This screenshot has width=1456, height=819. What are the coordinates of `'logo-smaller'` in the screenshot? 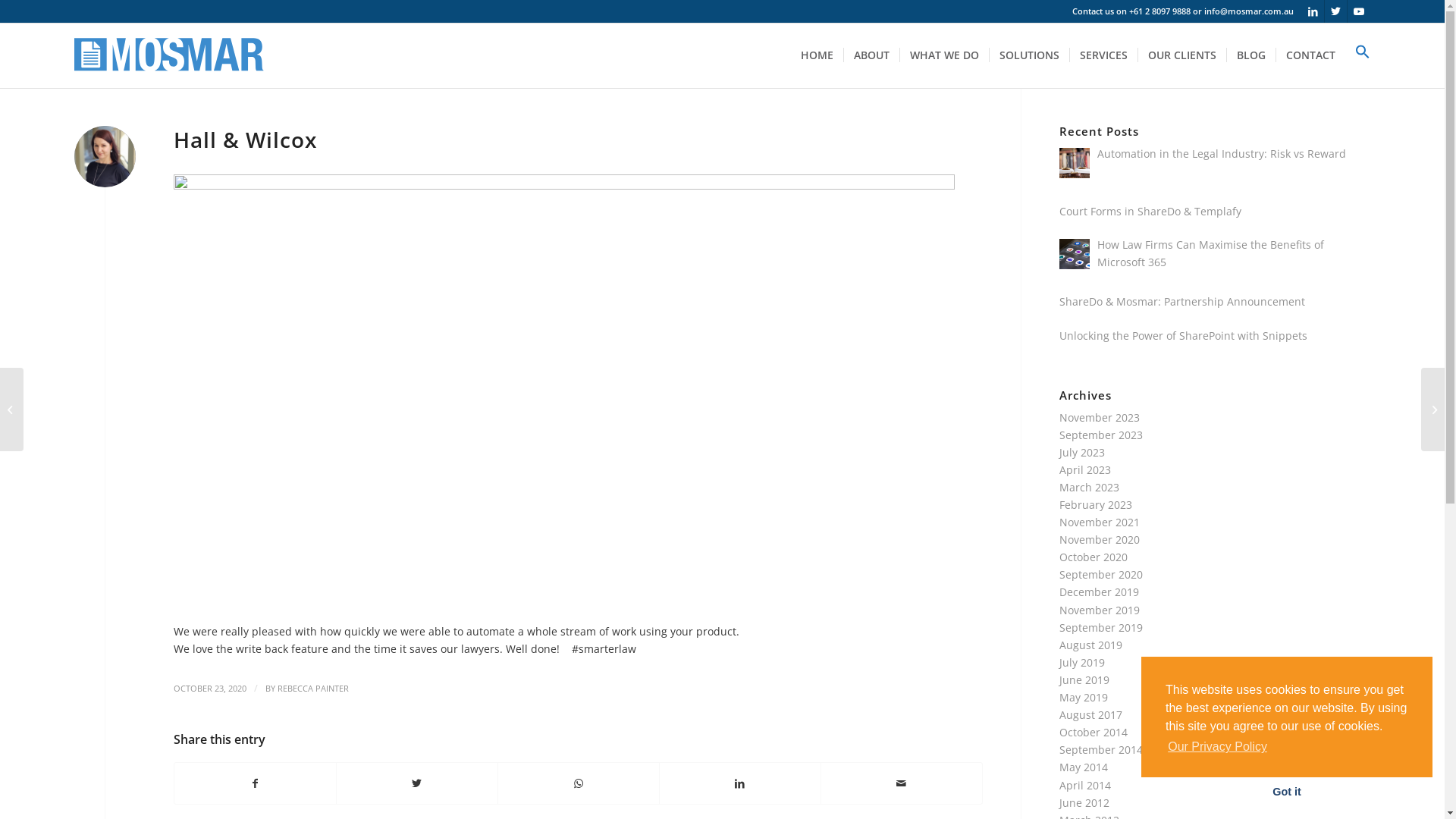 It's located at (73, 55).